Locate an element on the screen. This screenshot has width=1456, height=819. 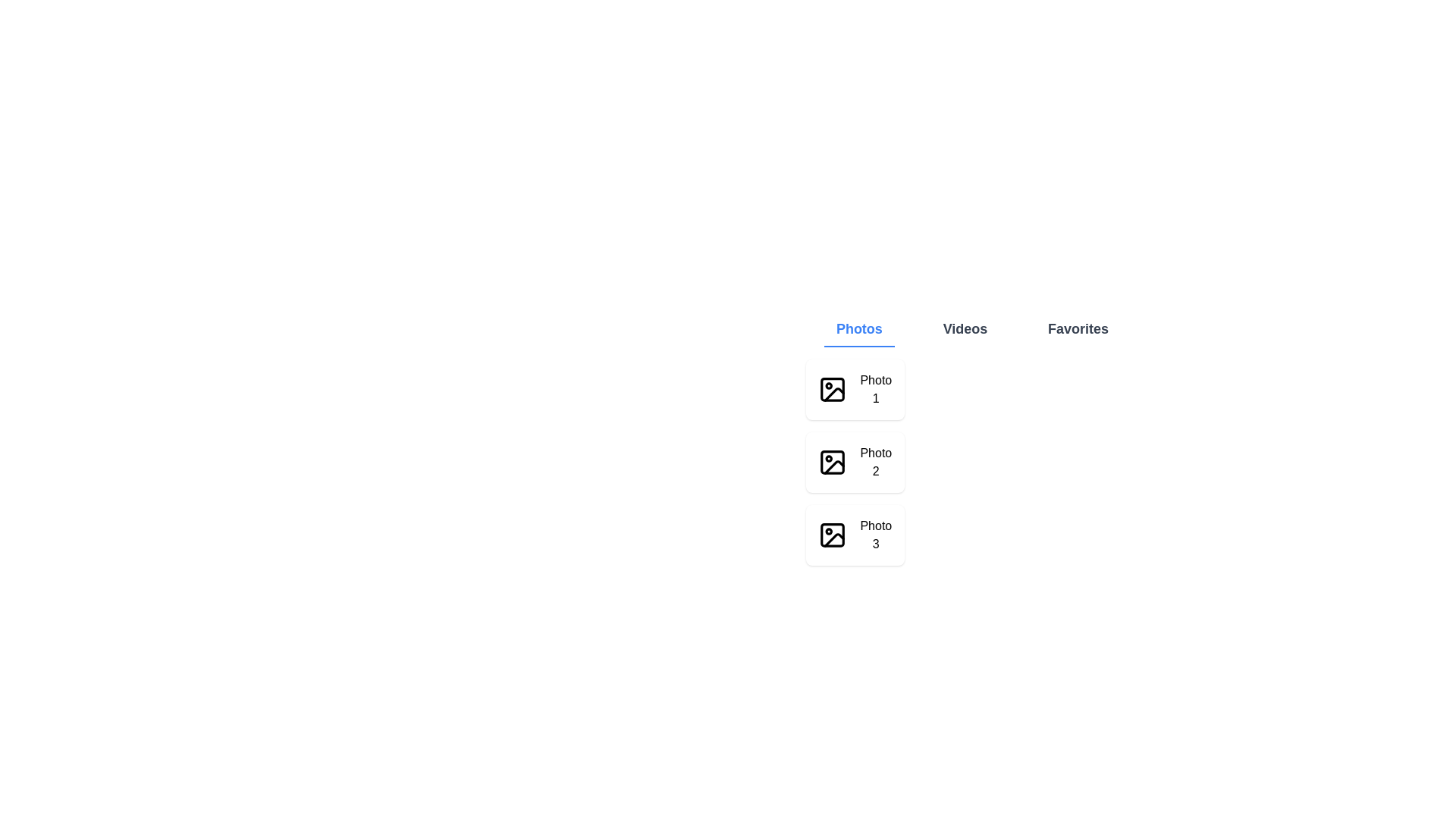
the topmost card labeled 'Photo 1' is located at coordinates (855, 388).